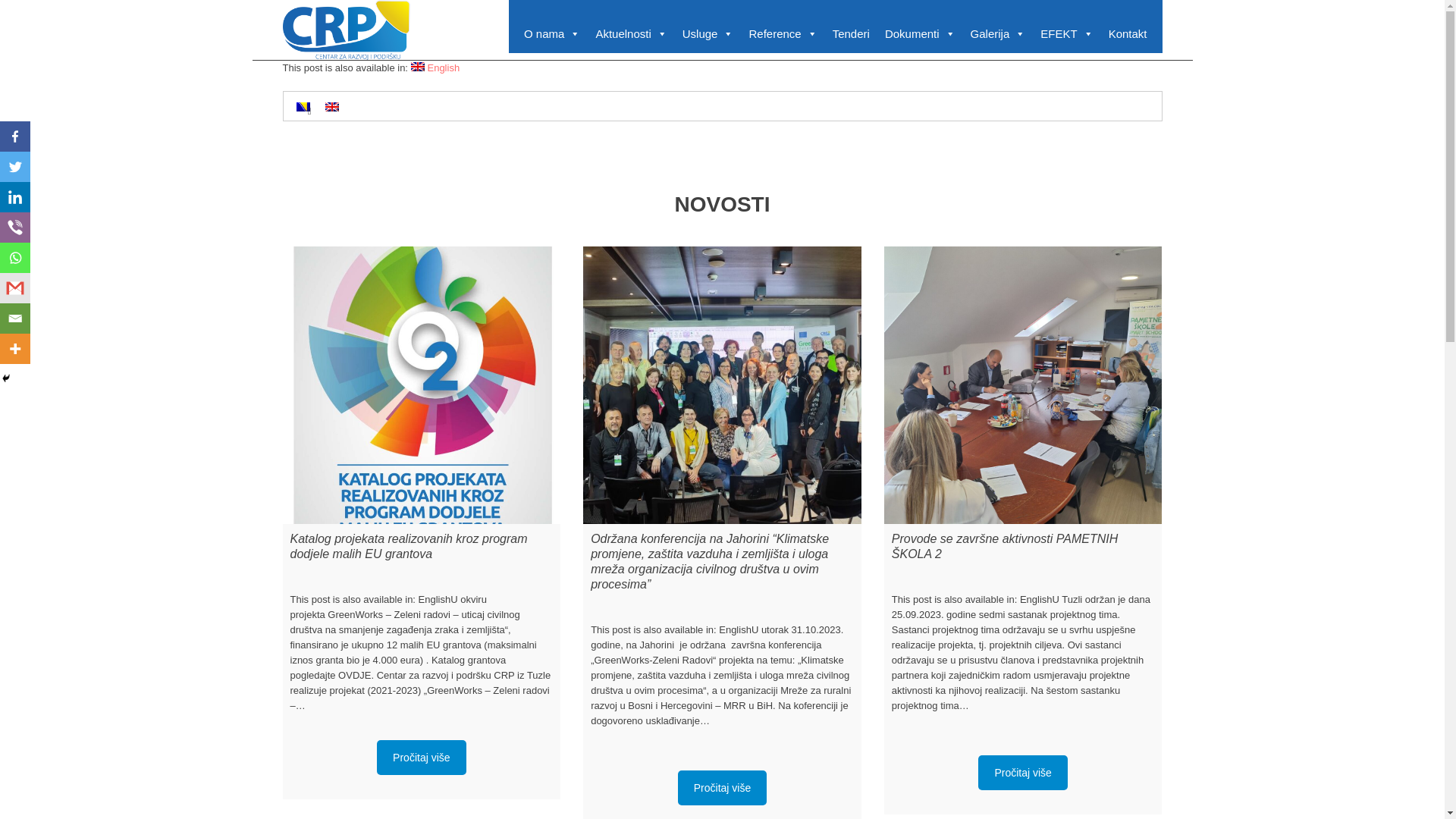 This screenshot has height=819, width=1456. I want to click on 'Dokumenti', so click(877, 34).